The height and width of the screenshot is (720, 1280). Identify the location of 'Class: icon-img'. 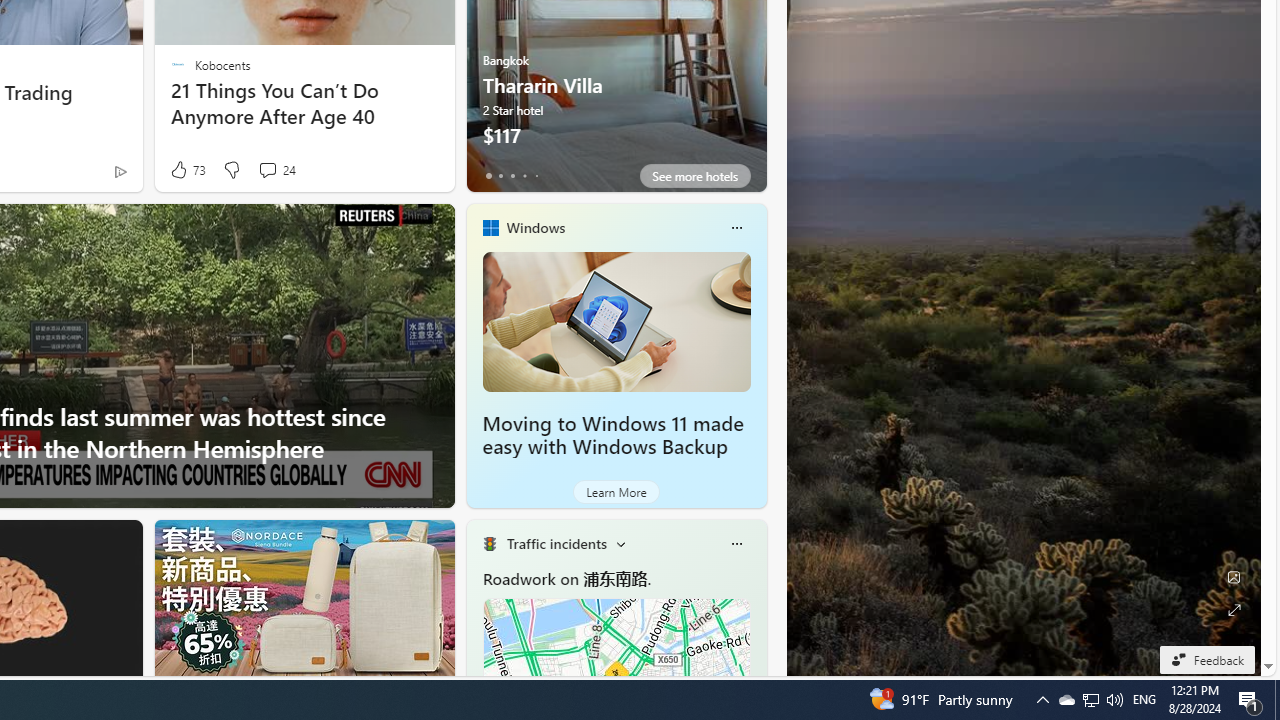
(735, 543).